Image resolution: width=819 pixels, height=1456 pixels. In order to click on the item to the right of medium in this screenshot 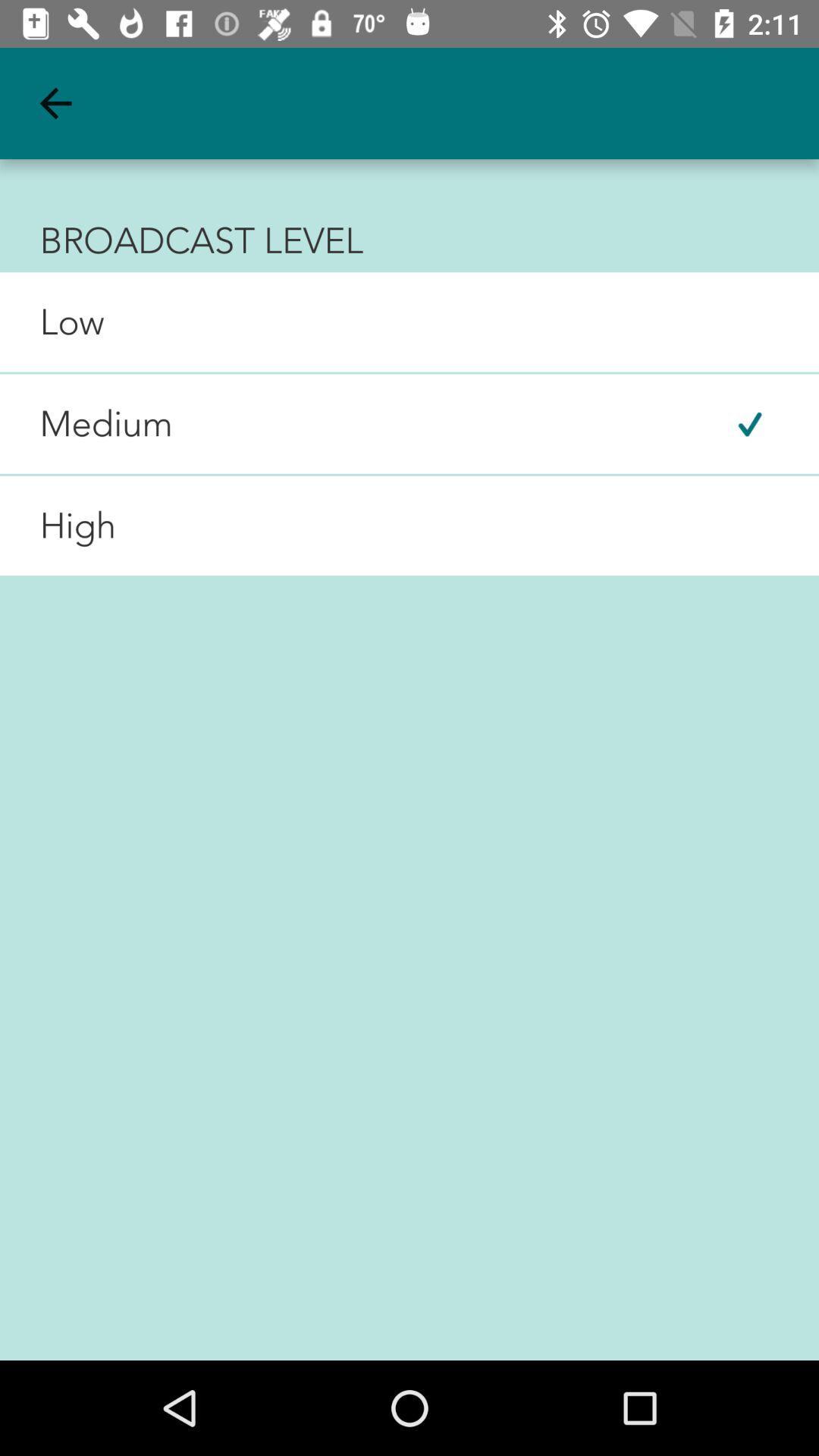, I will do `click(748, 424)`.